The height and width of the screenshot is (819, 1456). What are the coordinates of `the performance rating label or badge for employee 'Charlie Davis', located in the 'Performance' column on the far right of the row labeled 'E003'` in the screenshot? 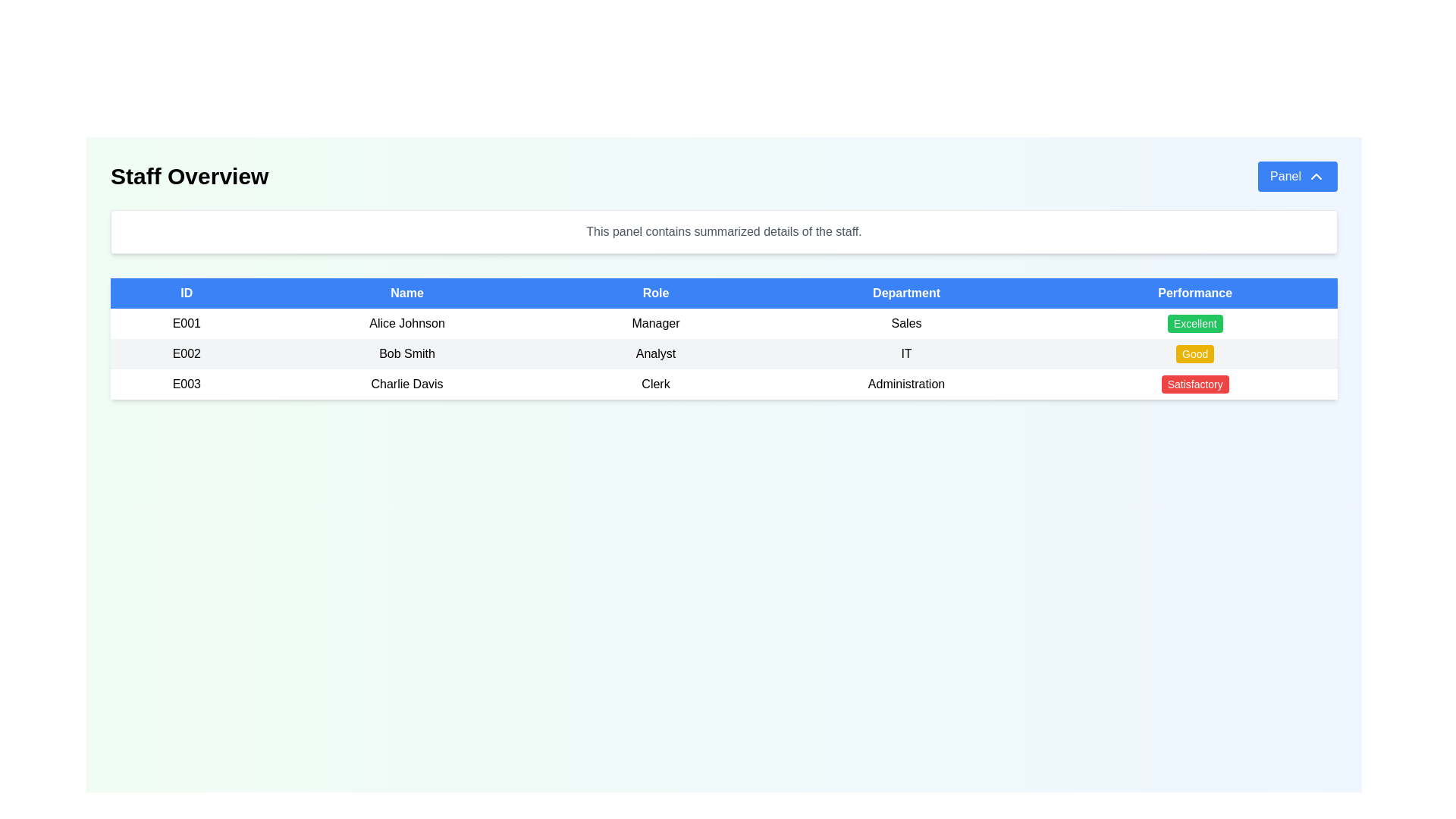 It's located at (1194, 383).